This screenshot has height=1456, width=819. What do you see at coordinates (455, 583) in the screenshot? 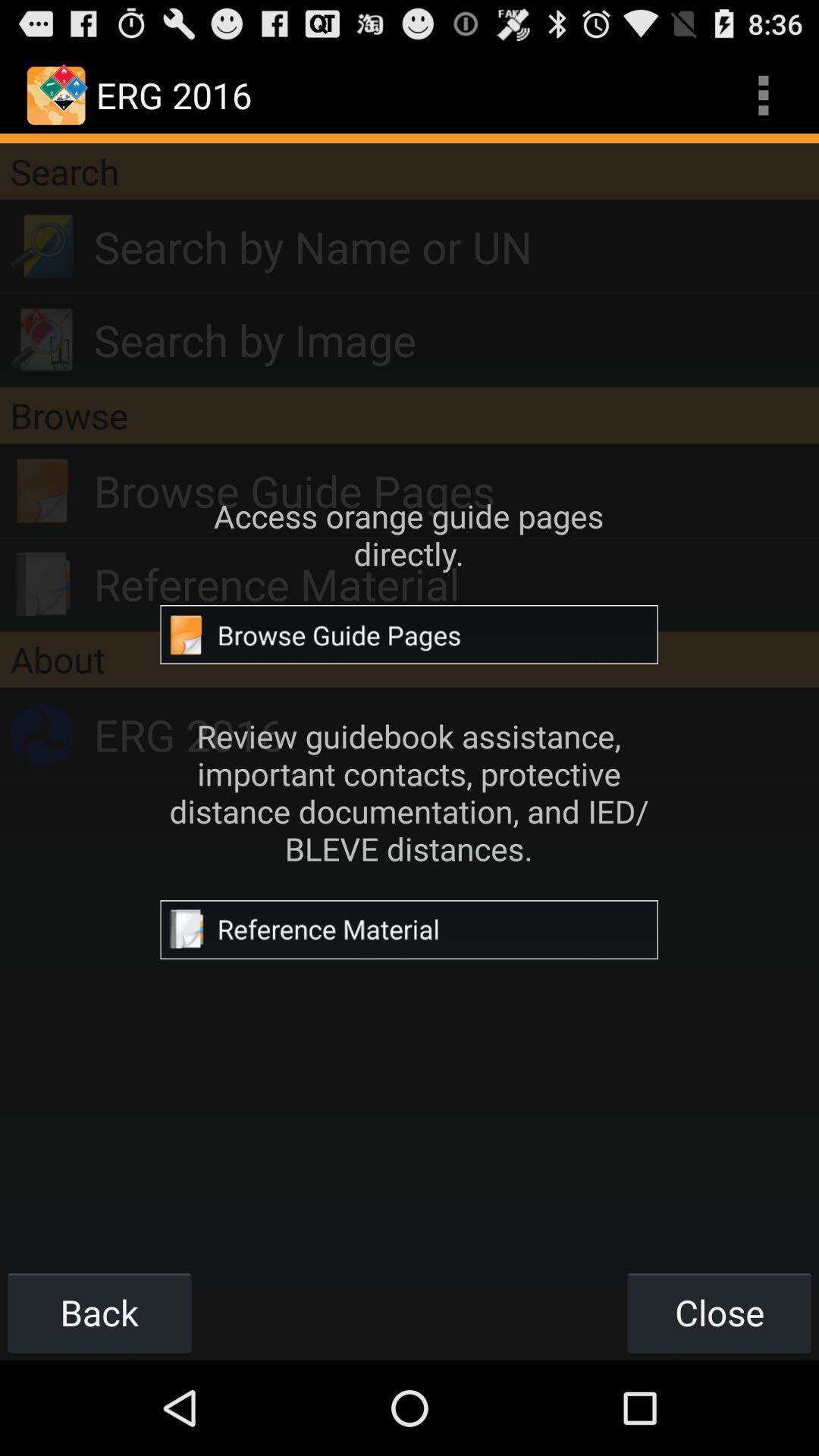
I see `reference material icon` at bounding box center [455, 583].